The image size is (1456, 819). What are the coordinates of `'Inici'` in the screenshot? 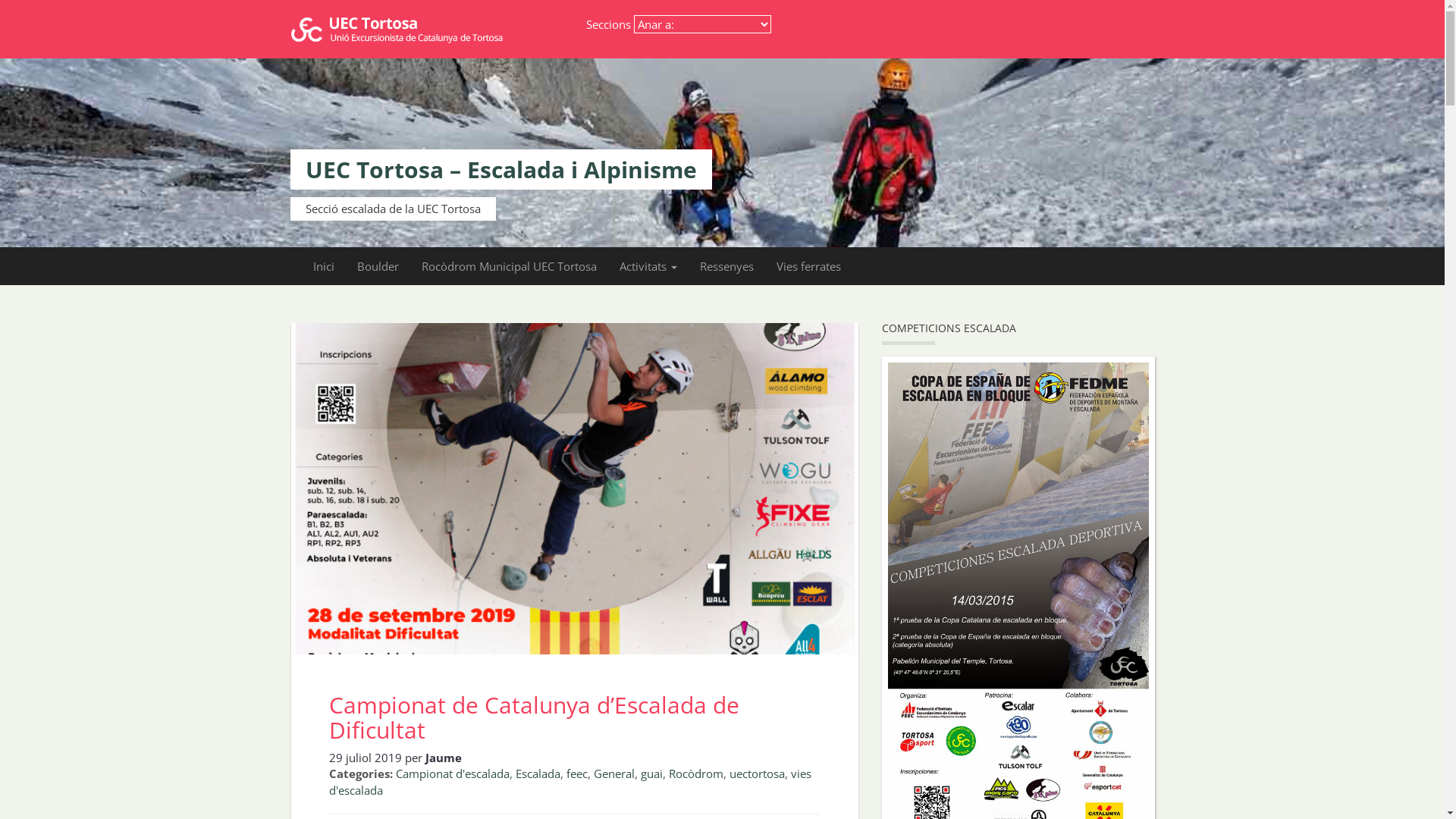 It's located at (302, 265).